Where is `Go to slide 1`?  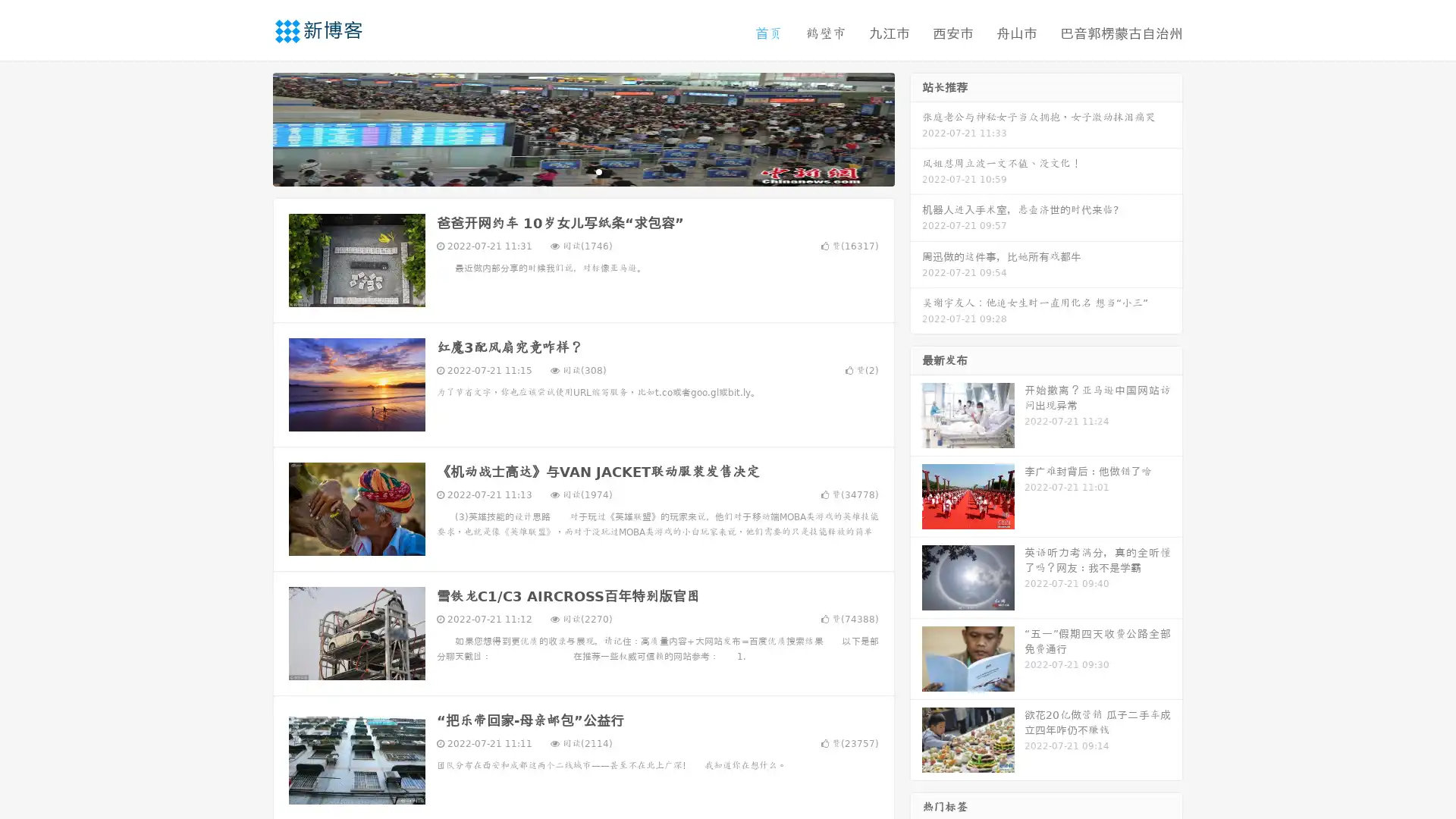
Go to slide 1 is located at coordinates (567, 171).